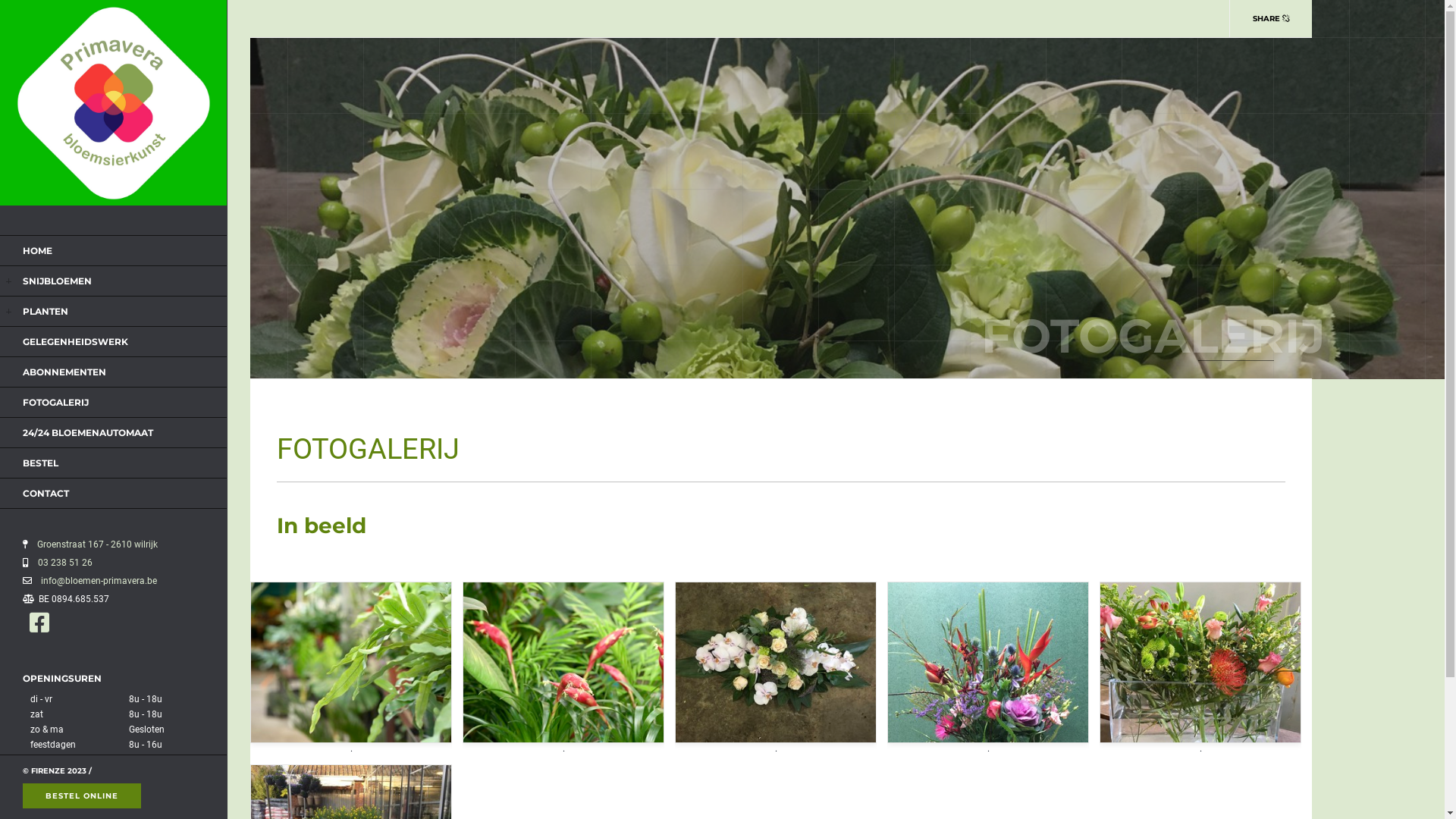 Image resolution: width=1456 pixels, height=819 pixels. I want to click on 'Groenstraat 167 - 2610 wilrijk', so click(93, 543).